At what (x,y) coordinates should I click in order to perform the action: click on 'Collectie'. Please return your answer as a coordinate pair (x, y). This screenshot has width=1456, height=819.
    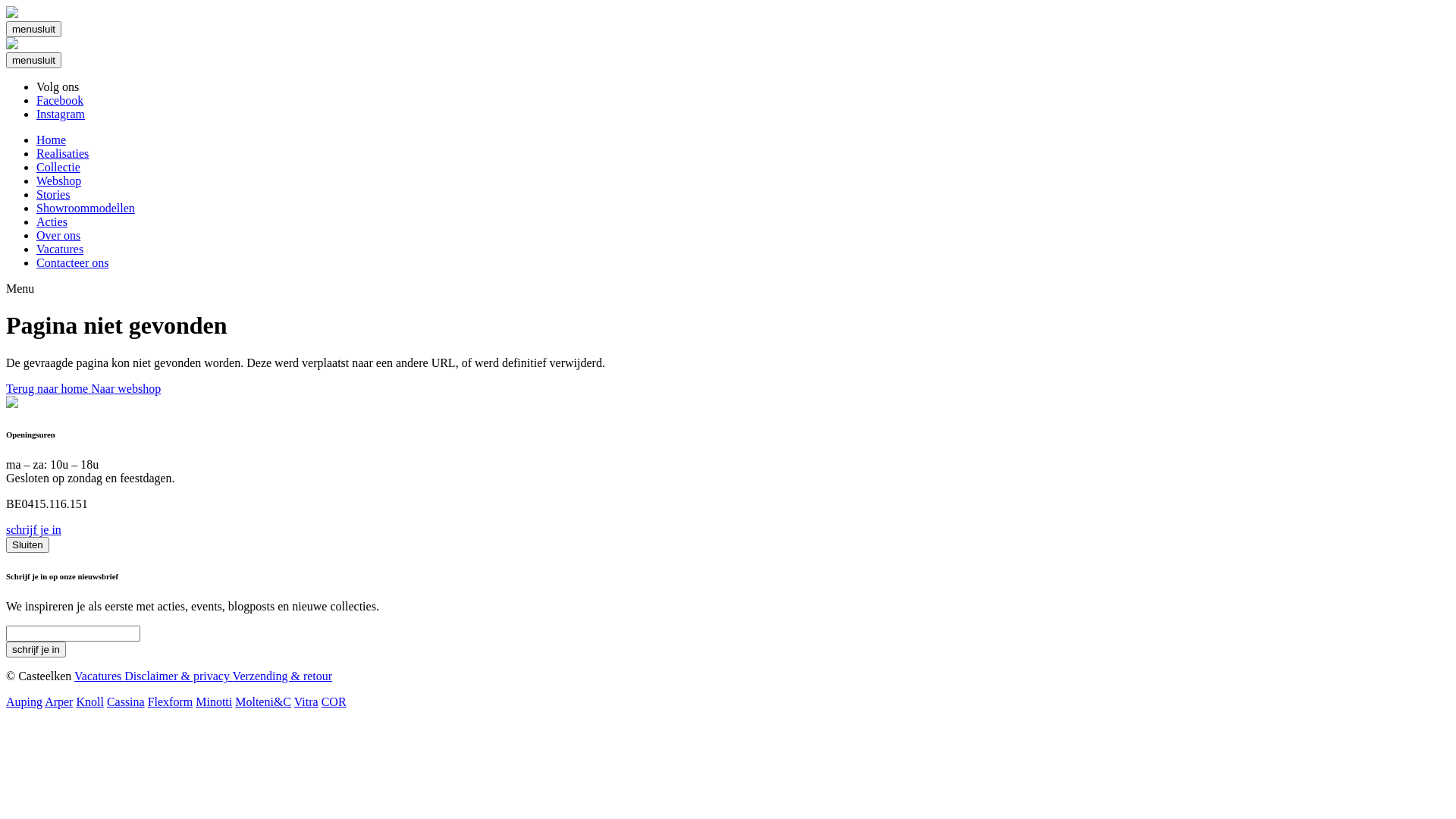
    Looking at the image, I should click on (58, 167).